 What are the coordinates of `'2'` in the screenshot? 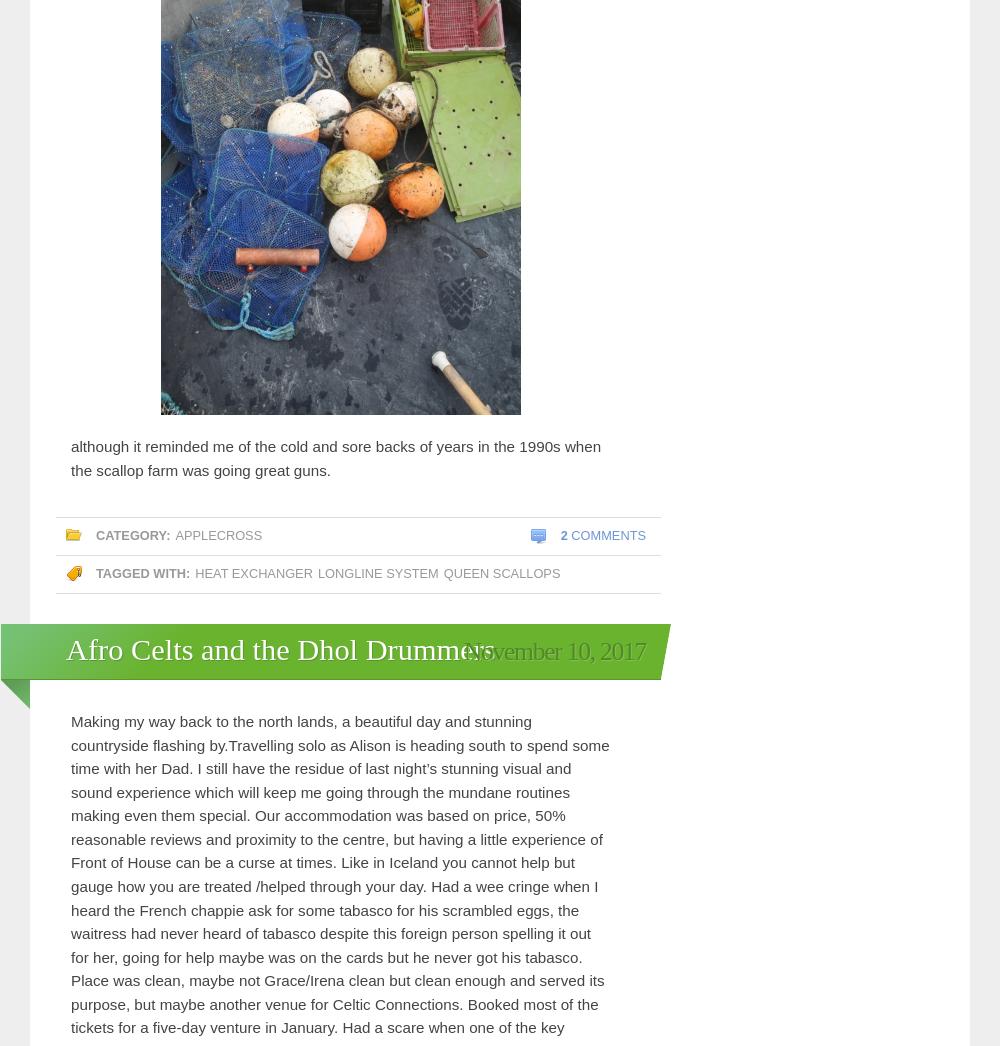 It's located at (562, 534).